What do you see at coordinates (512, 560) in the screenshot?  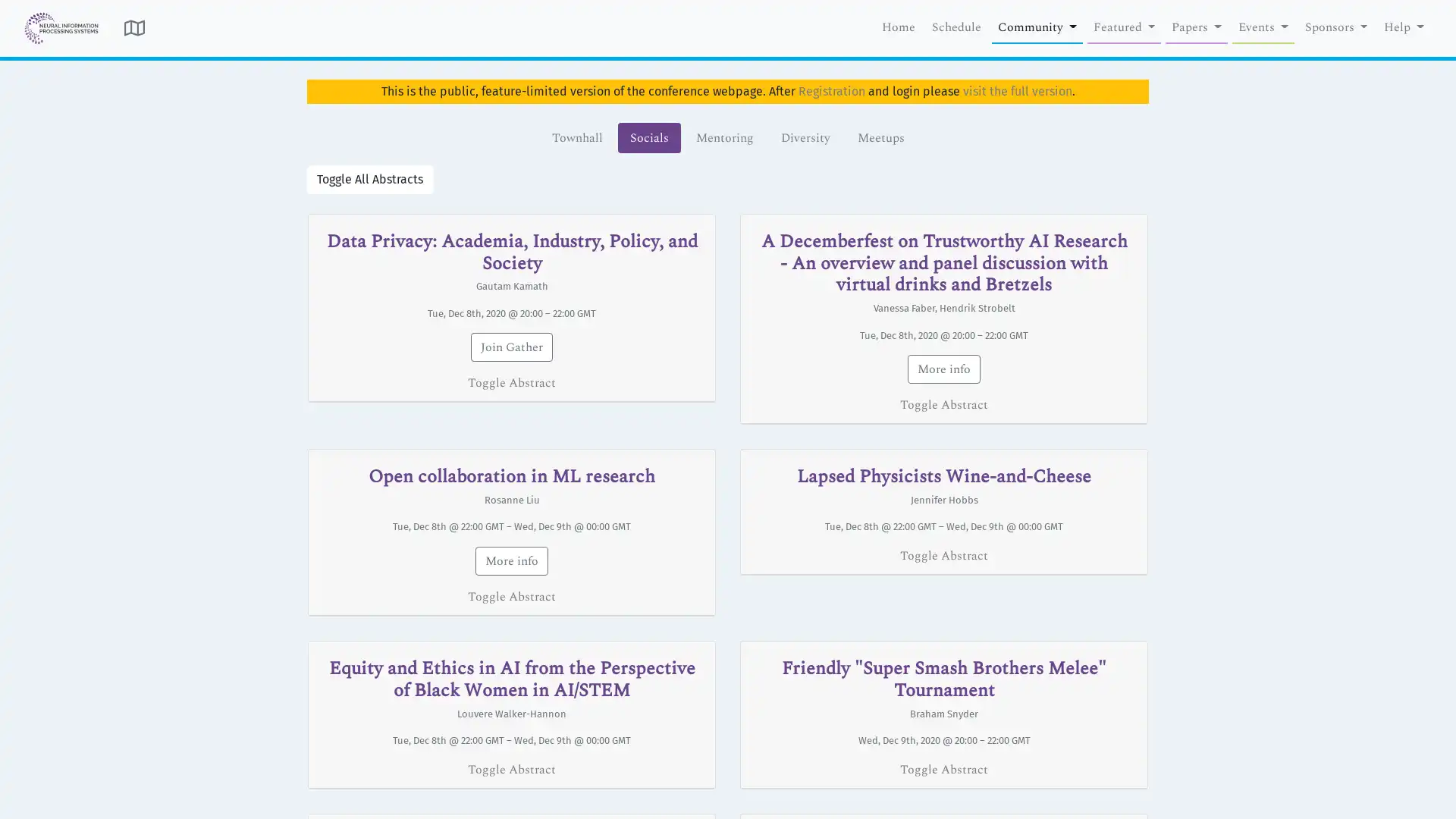 I see `More info` at bounding box center [512, 560].